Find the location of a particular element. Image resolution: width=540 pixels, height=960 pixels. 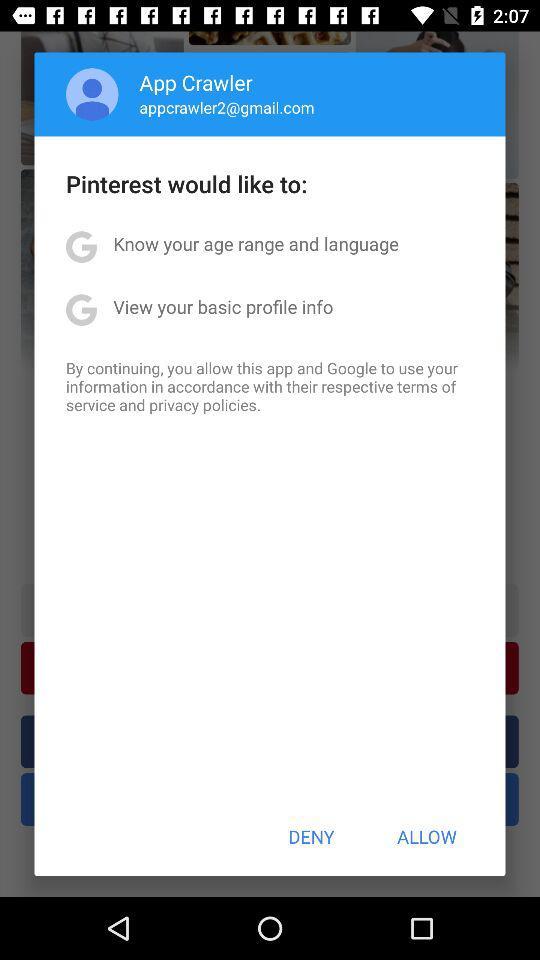

the app below the know your age item is located at coordinates (222, 306).